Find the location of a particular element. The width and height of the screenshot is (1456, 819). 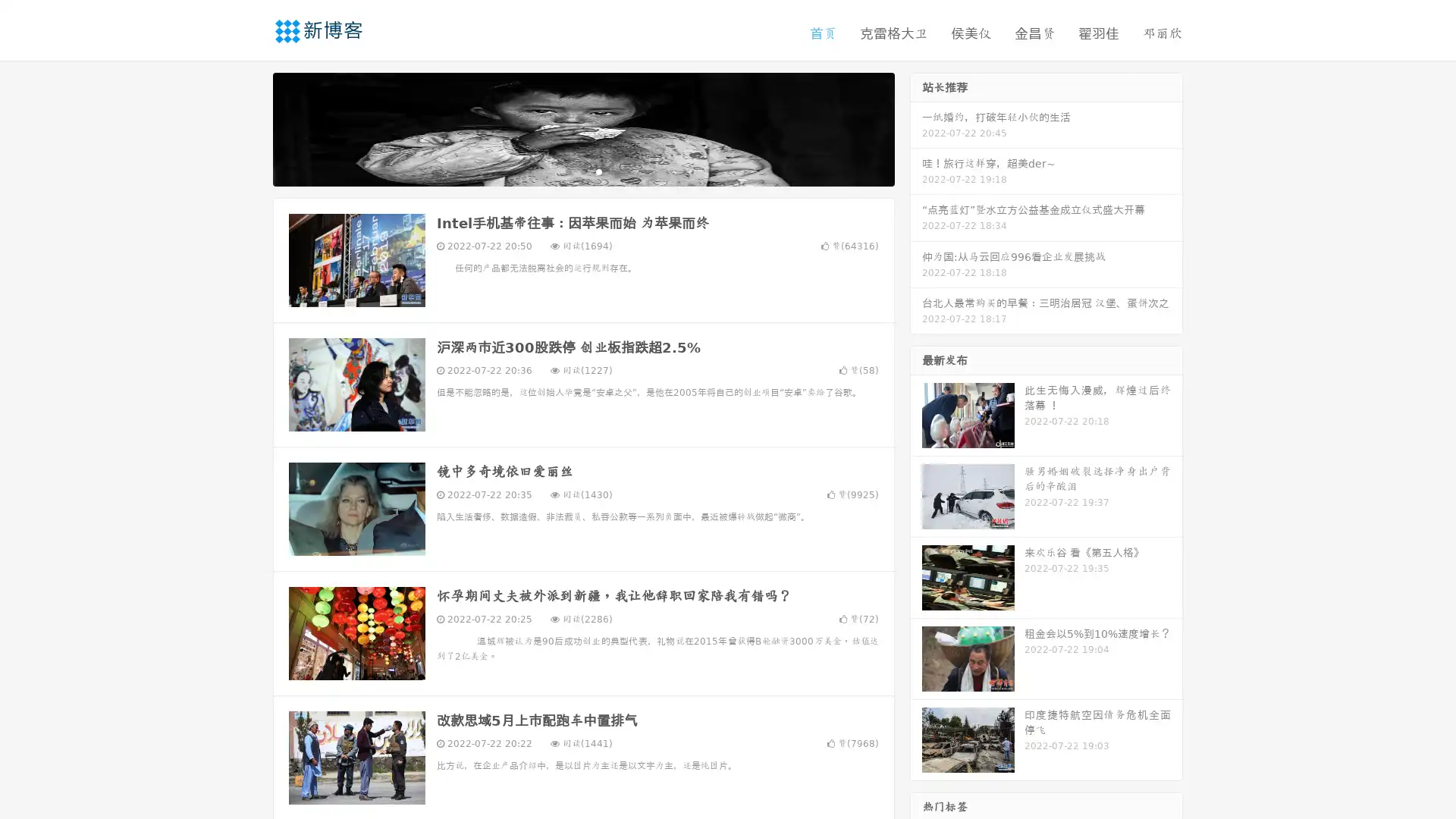

Go to slide 2 is located at coordinates (582, 171).